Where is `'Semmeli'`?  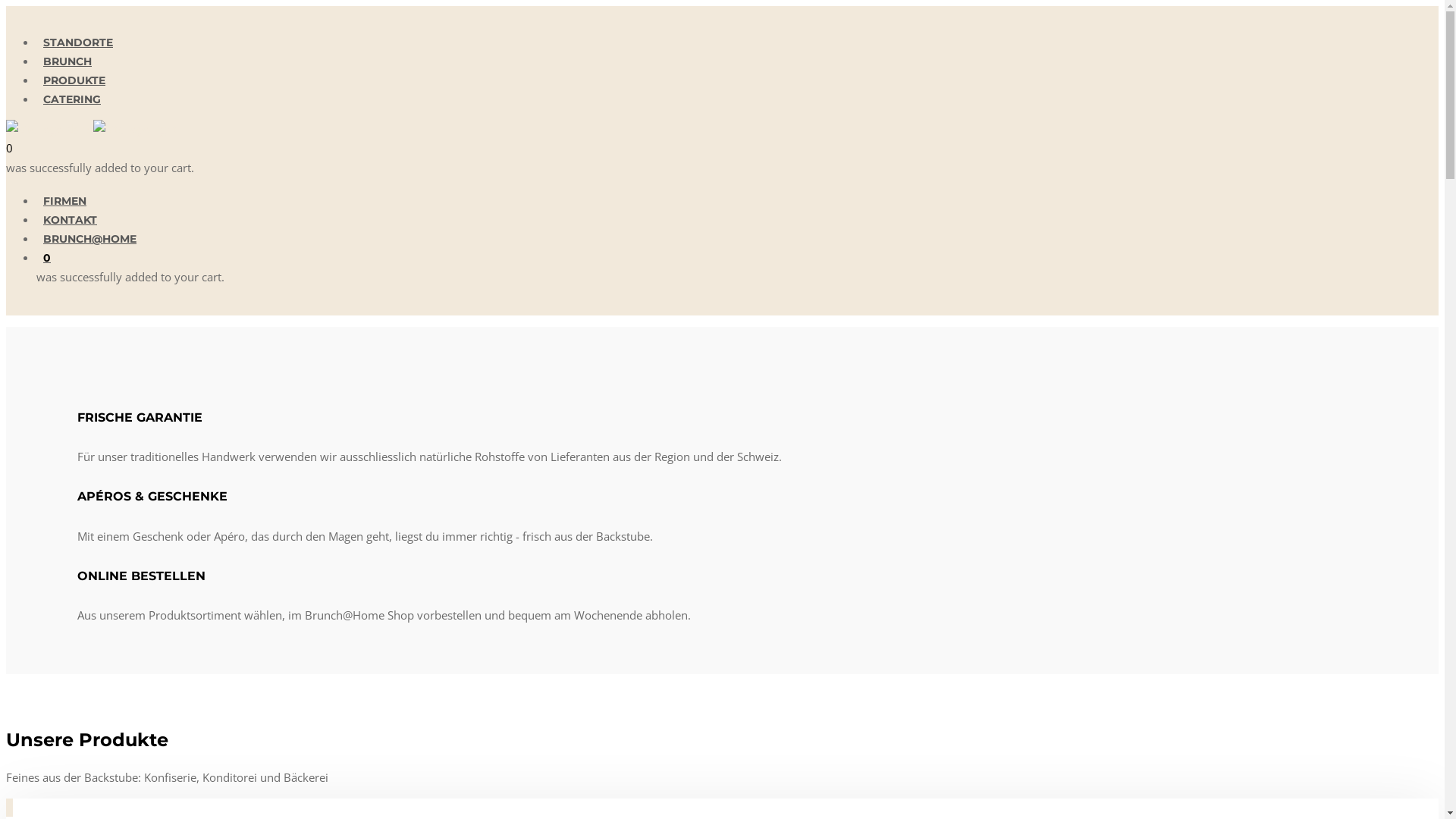 'Semmeli' is located at coordinates (9, 806).